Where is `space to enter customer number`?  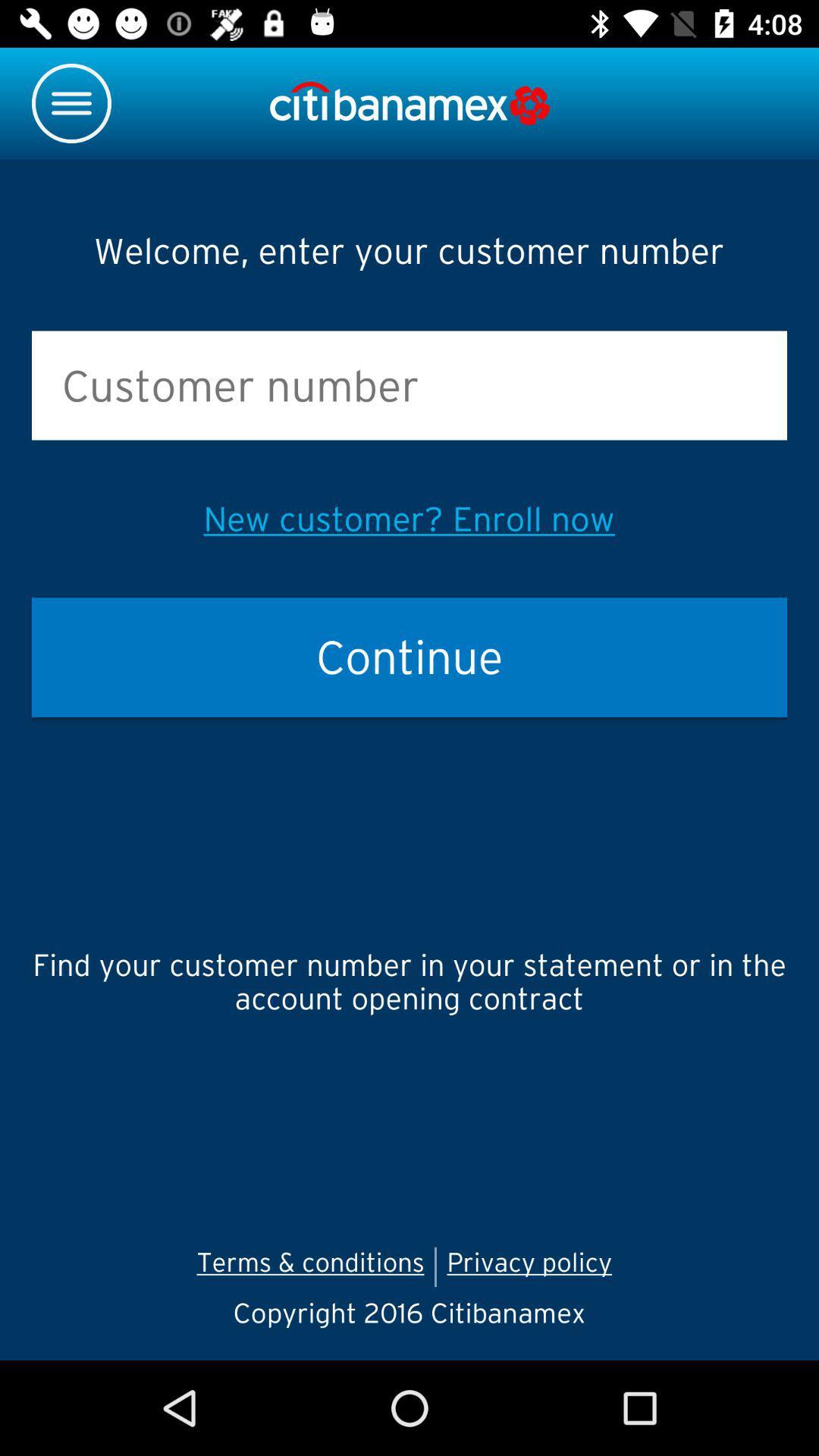 space to enter customer number is located at coordinates (409, 385).